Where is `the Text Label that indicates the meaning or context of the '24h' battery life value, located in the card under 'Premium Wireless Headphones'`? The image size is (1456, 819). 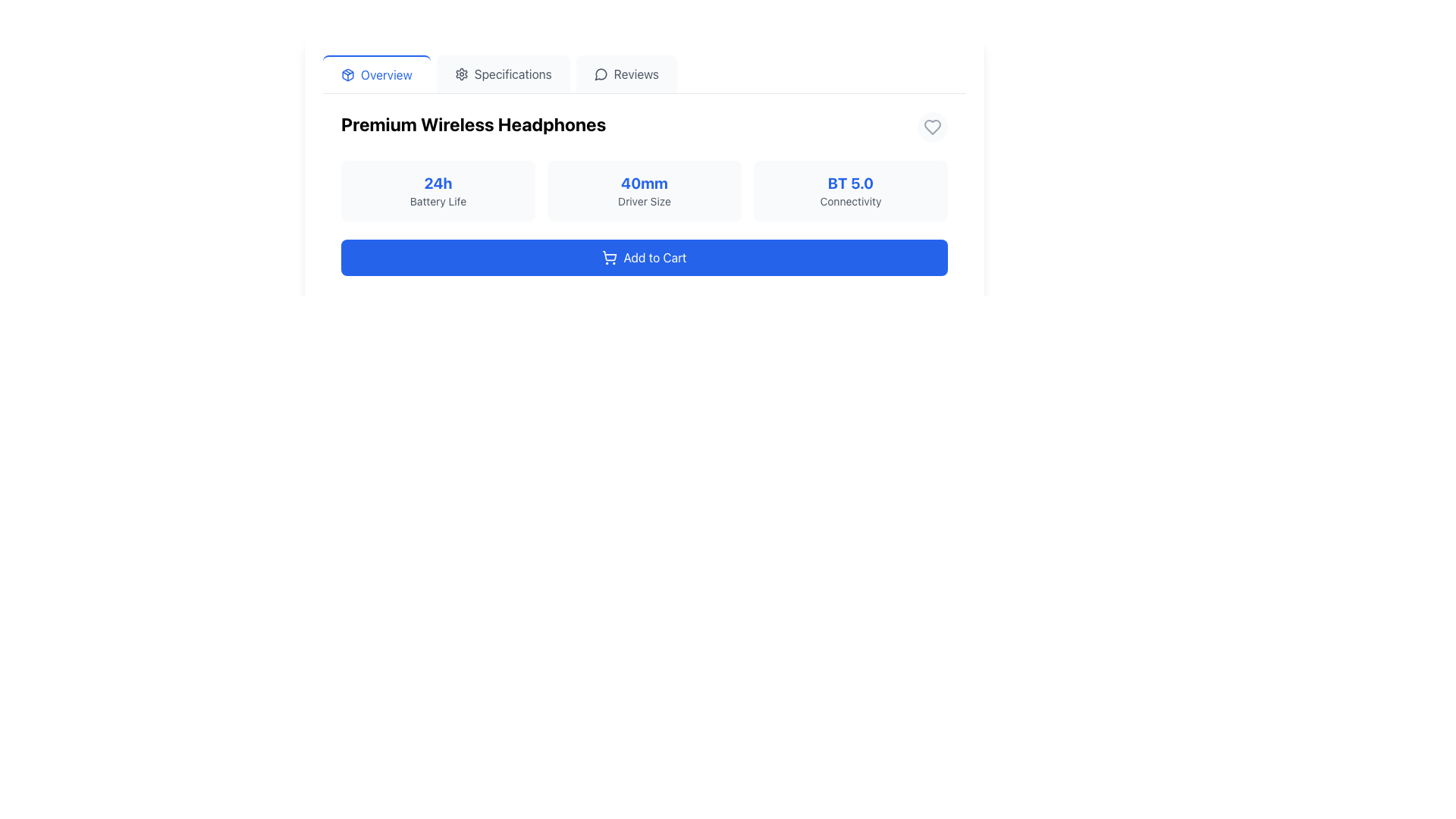
the Text Label that indicates the meaning or context of the '24h' battery life value, located in the card under 'Premium Wireless Headphones' is located at coordinates (437, 201).